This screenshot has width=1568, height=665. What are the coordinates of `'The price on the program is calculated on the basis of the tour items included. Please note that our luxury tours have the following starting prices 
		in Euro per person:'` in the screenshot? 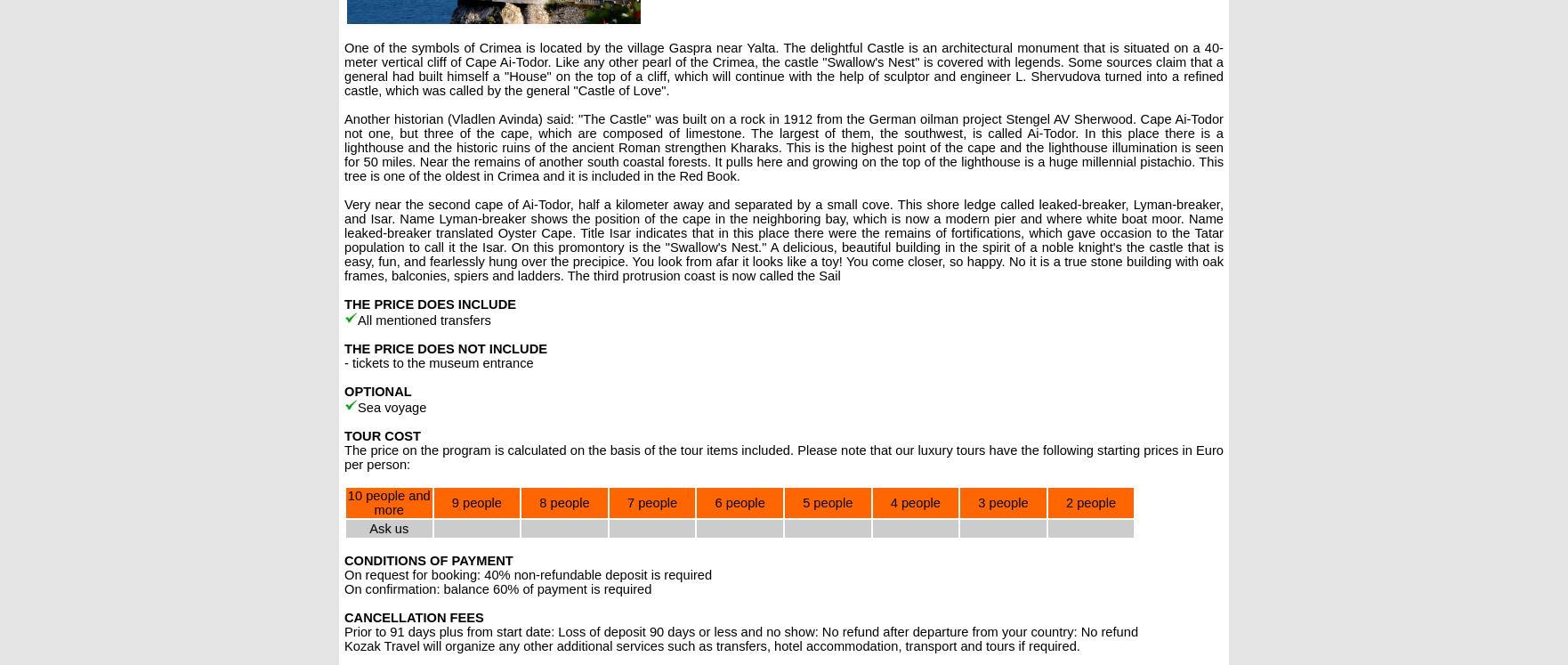 It's located at (784, 458).